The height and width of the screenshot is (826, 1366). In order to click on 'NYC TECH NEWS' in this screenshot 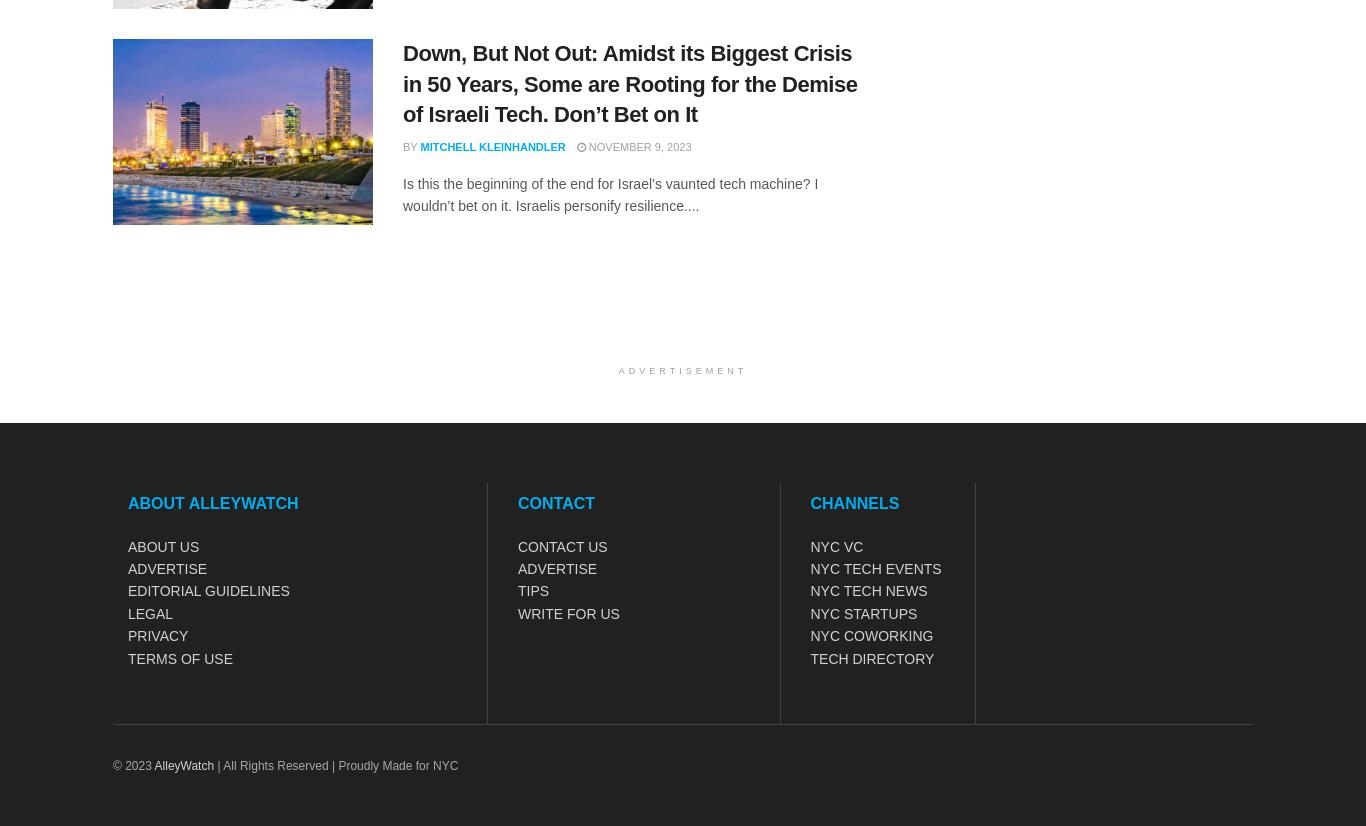, I will do `click(867, 591)`.